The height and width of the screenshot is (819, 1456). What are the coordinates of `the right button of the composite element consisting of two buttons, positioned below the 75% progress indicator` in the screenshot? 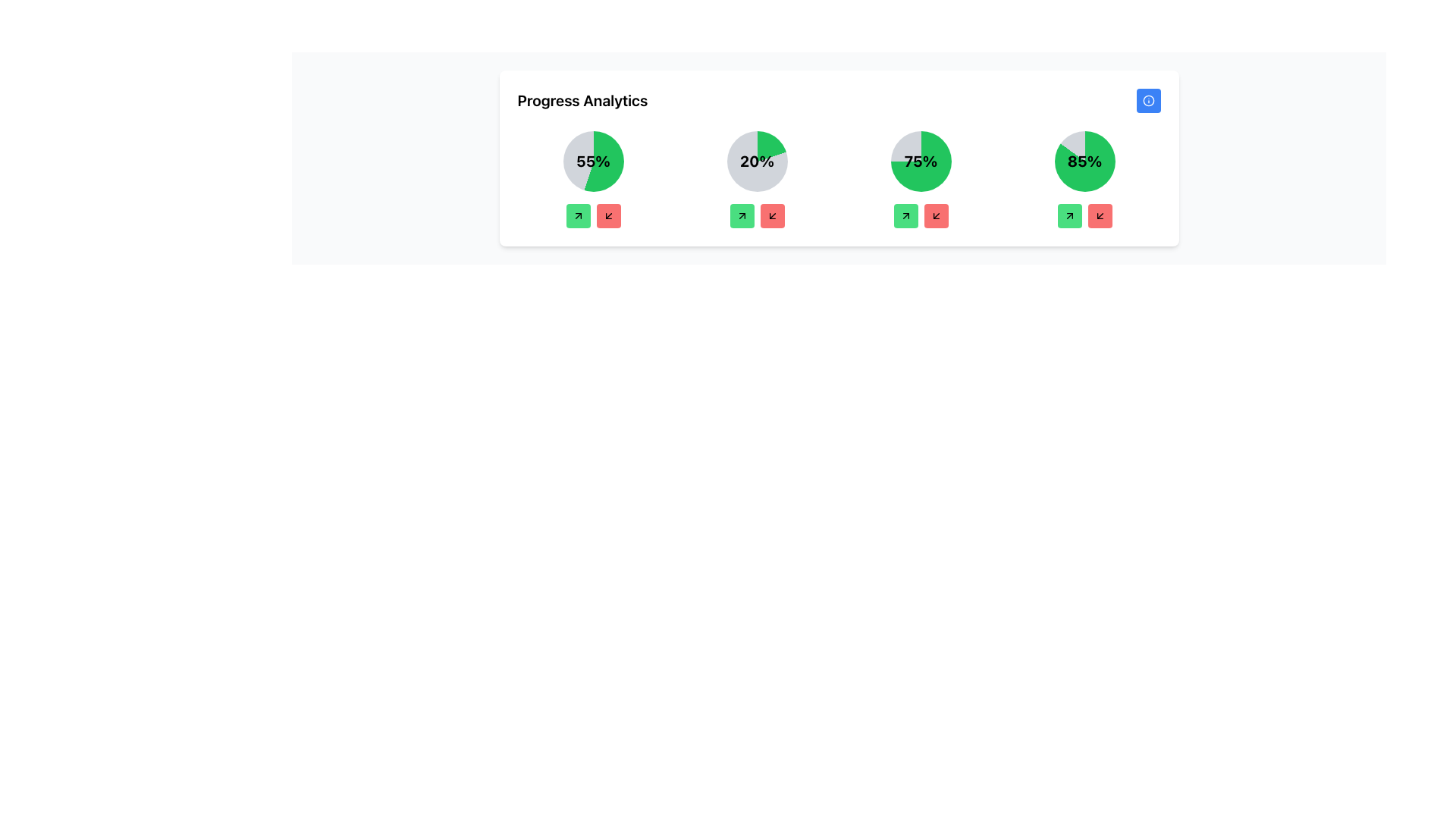 It's located at (920, 216).